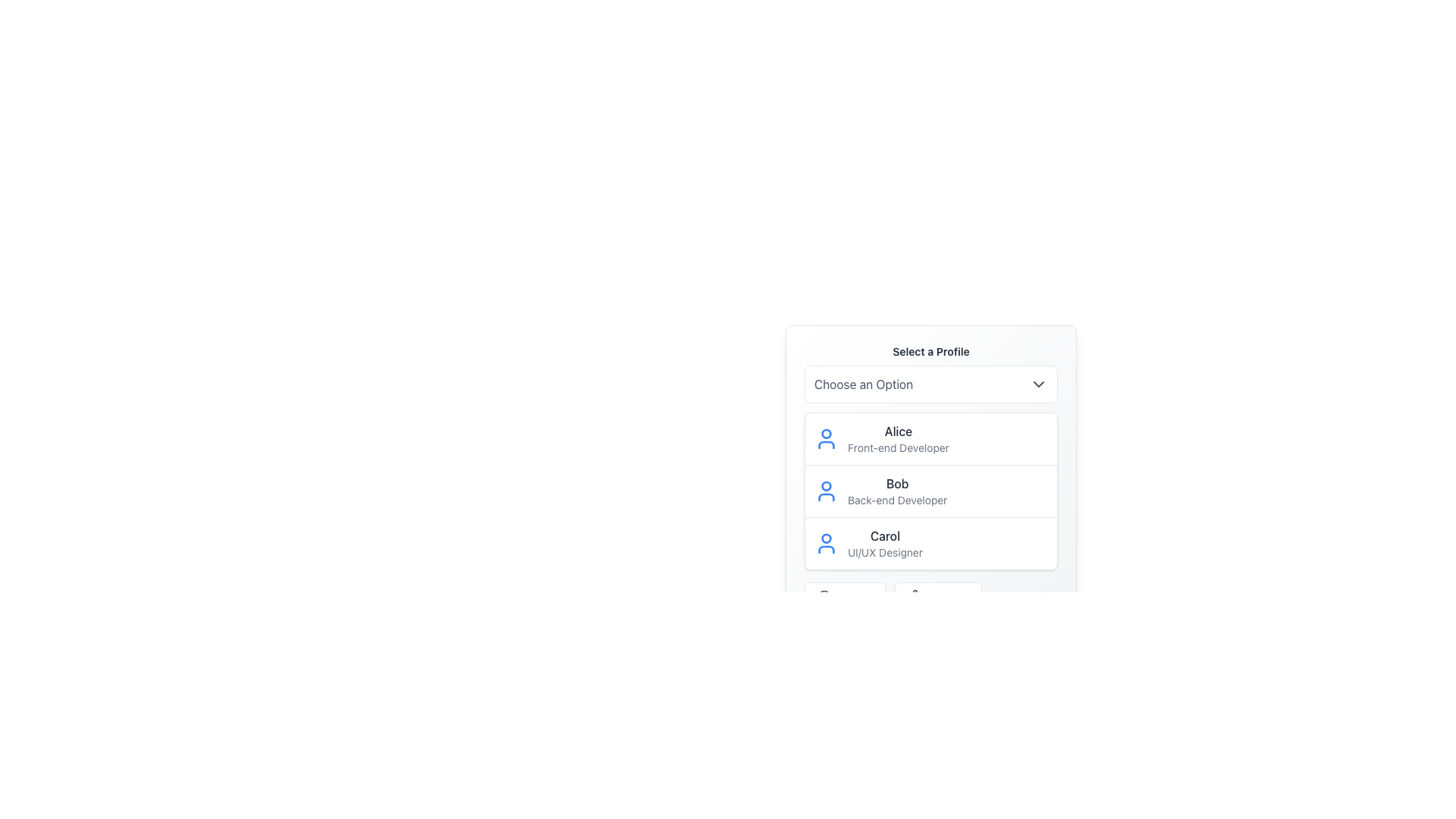  I want to click on the user profile item displaying 'Bob - Back-end Developer', so click(930, 491).